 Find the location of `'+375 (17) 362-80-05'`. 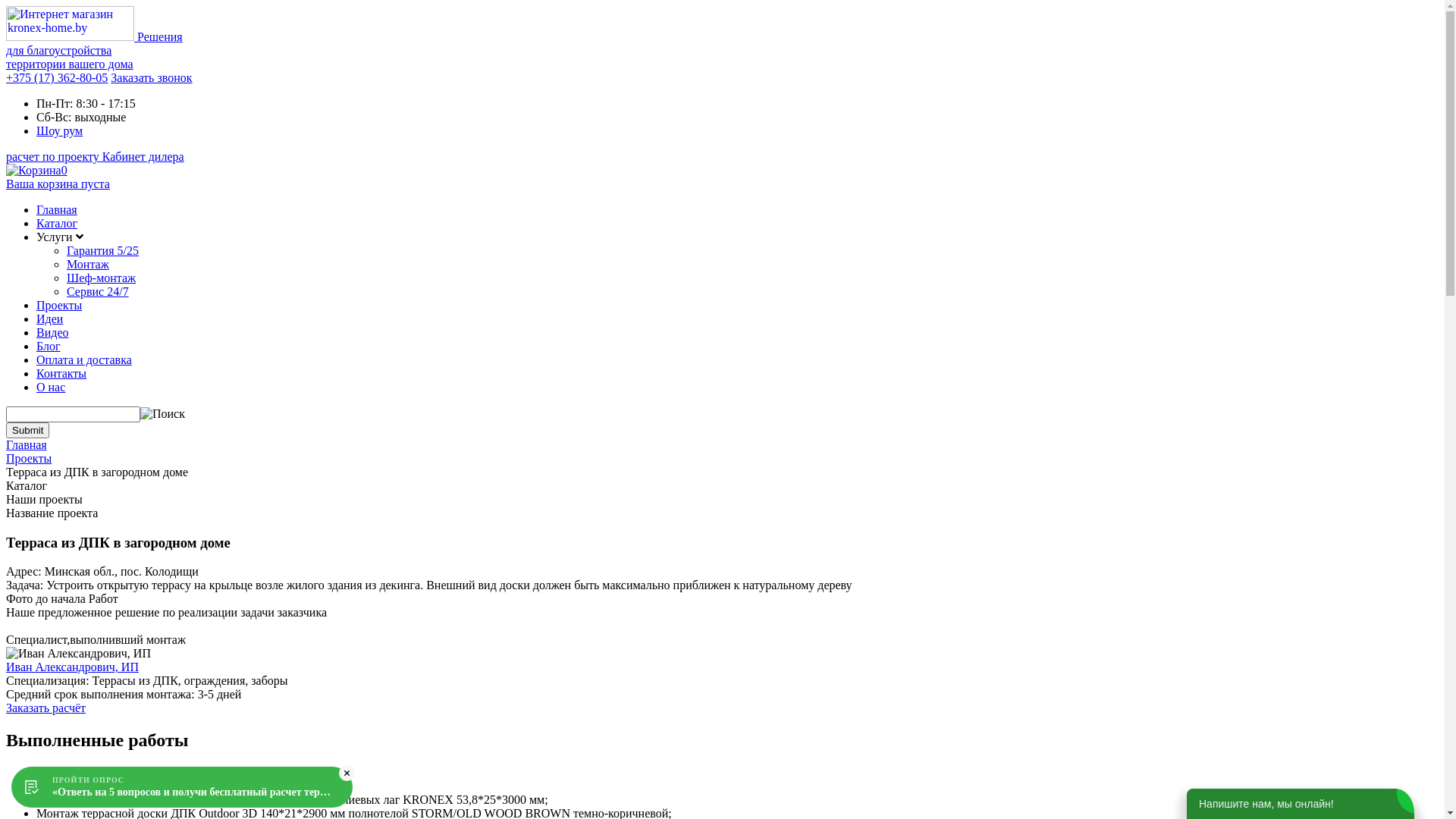

'+375 (17) 362-80-05' is located at coordinates (6, 77).